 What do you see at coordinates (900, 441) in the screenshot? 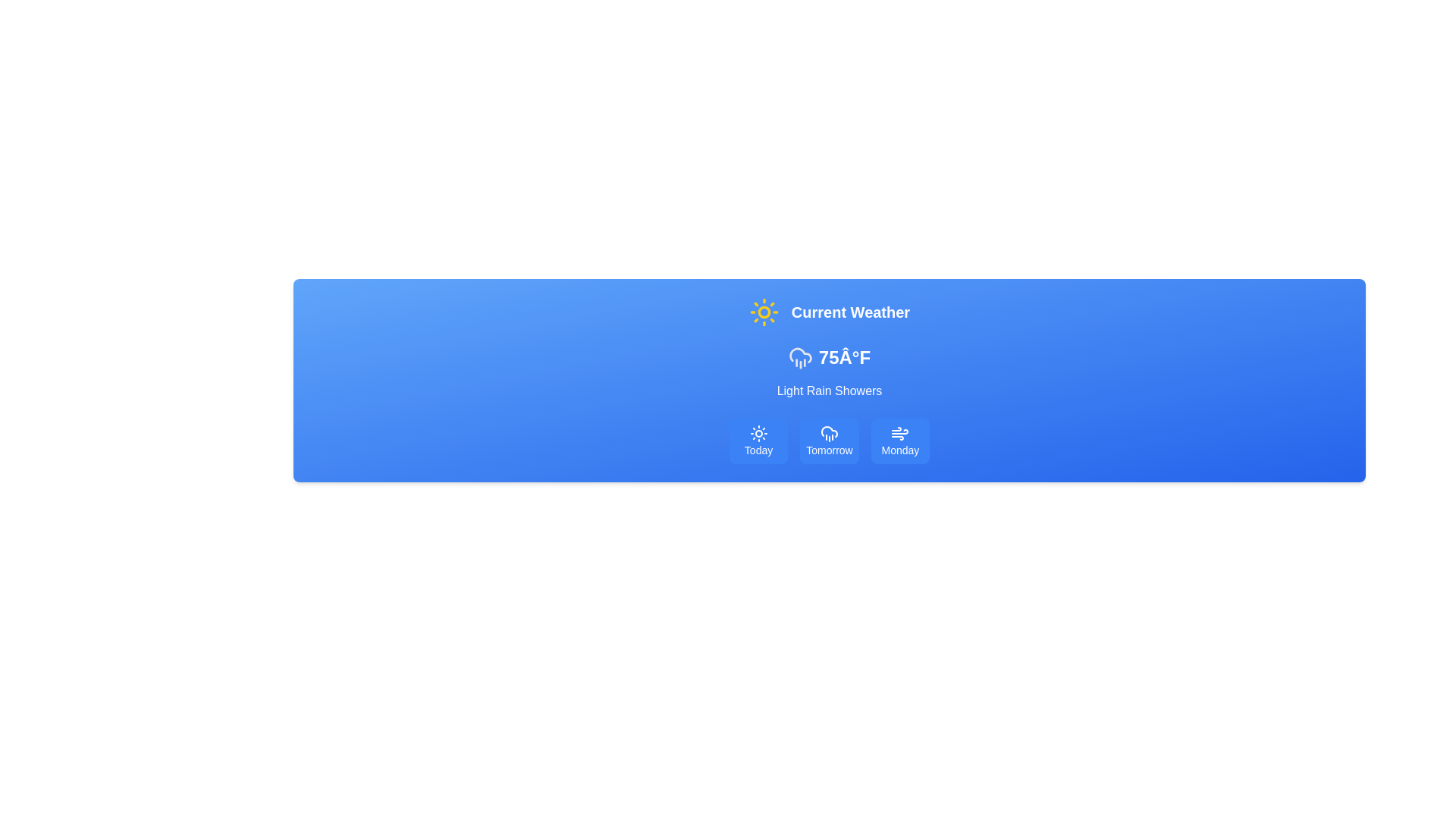
I see `the button-like grid item labeled 'Monday' with a blue background and white wind icon` at bounding box center [900, 441].